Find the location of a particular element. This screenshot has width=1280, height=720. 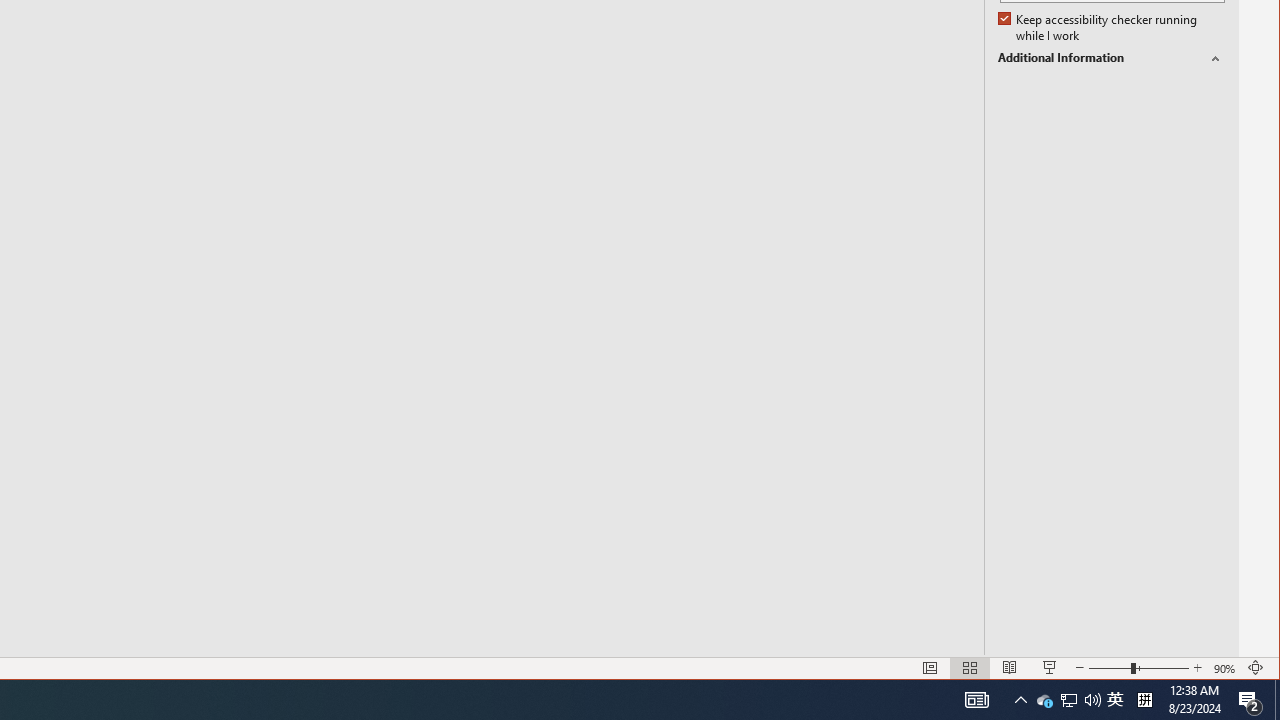

'Tray Input Indicator - Chinese (Simplified, China)' is located at coordinates (1144, 698).